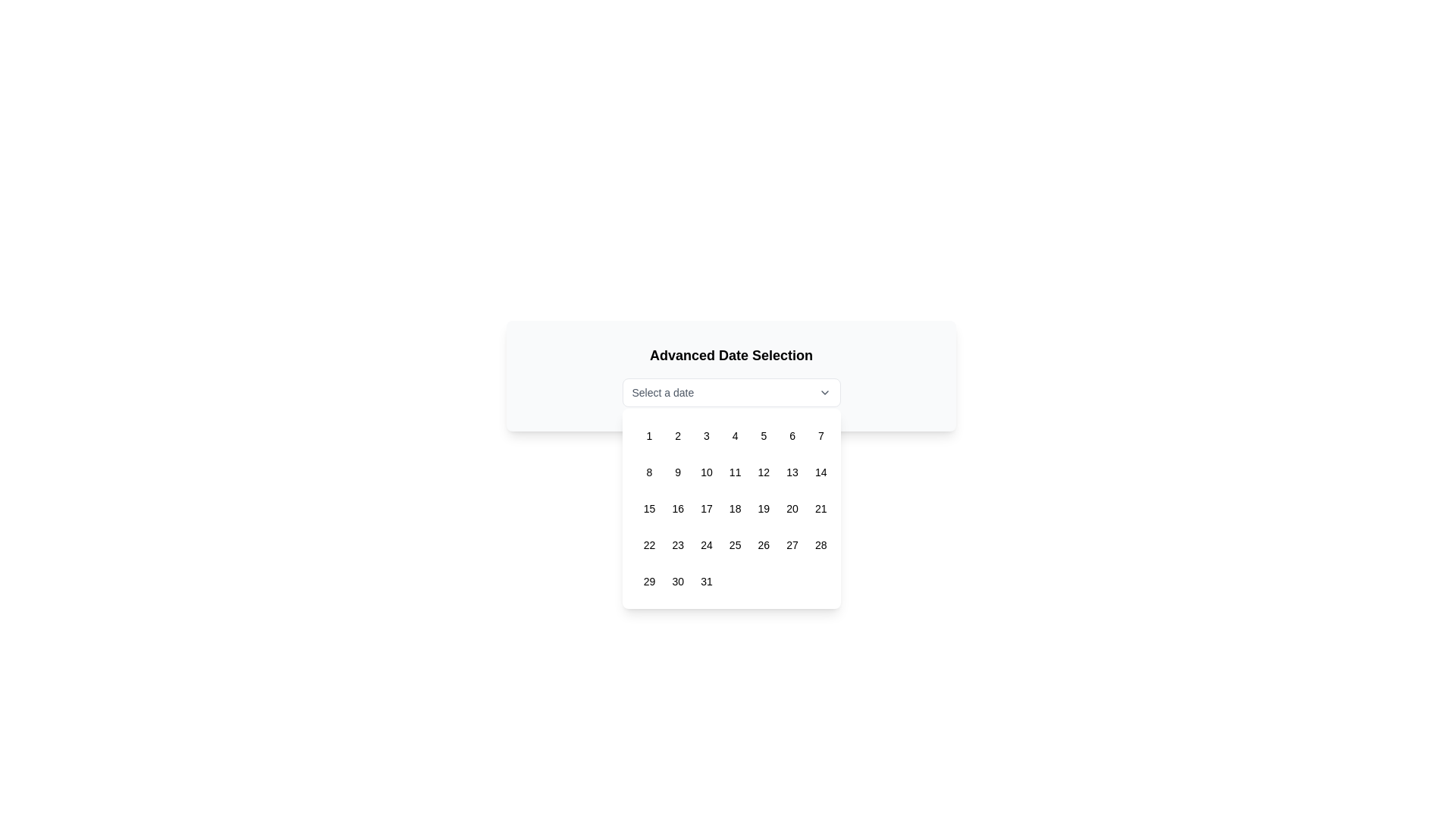 The height and width of the screenshot is (819, 1456). What do you see at coordinates (792, 435) in the screenshot?
I see `the button for selecting the 6th day in the date-selection calendar` at bounding box center [792, 435].